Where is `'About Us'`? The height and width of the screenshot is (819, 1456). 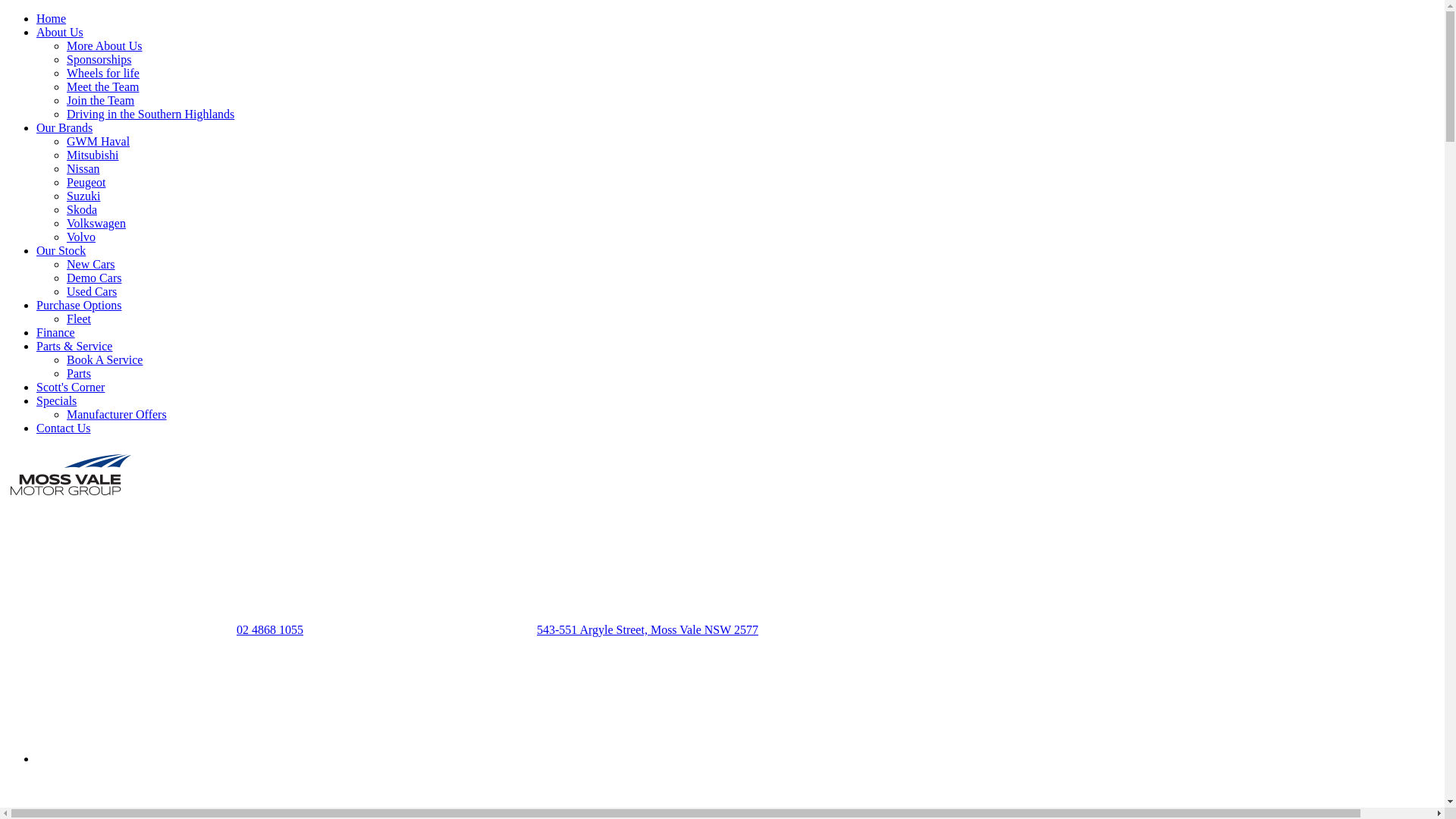
'About Us' is located at coordinates (59, 32).